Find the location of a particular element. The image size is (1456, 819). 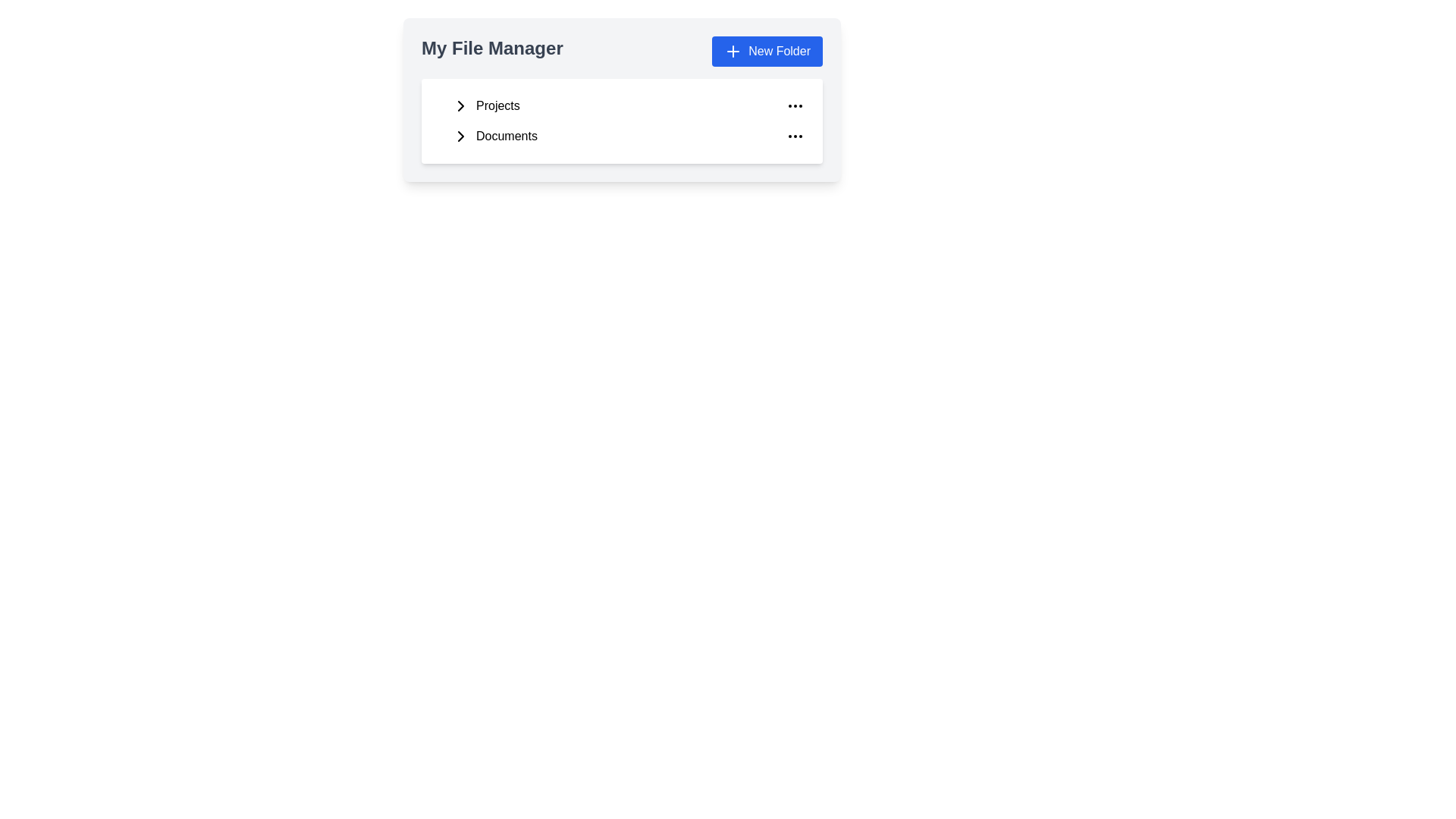

the 'Projects' expansion icon located to the left of the 'Projects' label is located at coordinates (460, 105).